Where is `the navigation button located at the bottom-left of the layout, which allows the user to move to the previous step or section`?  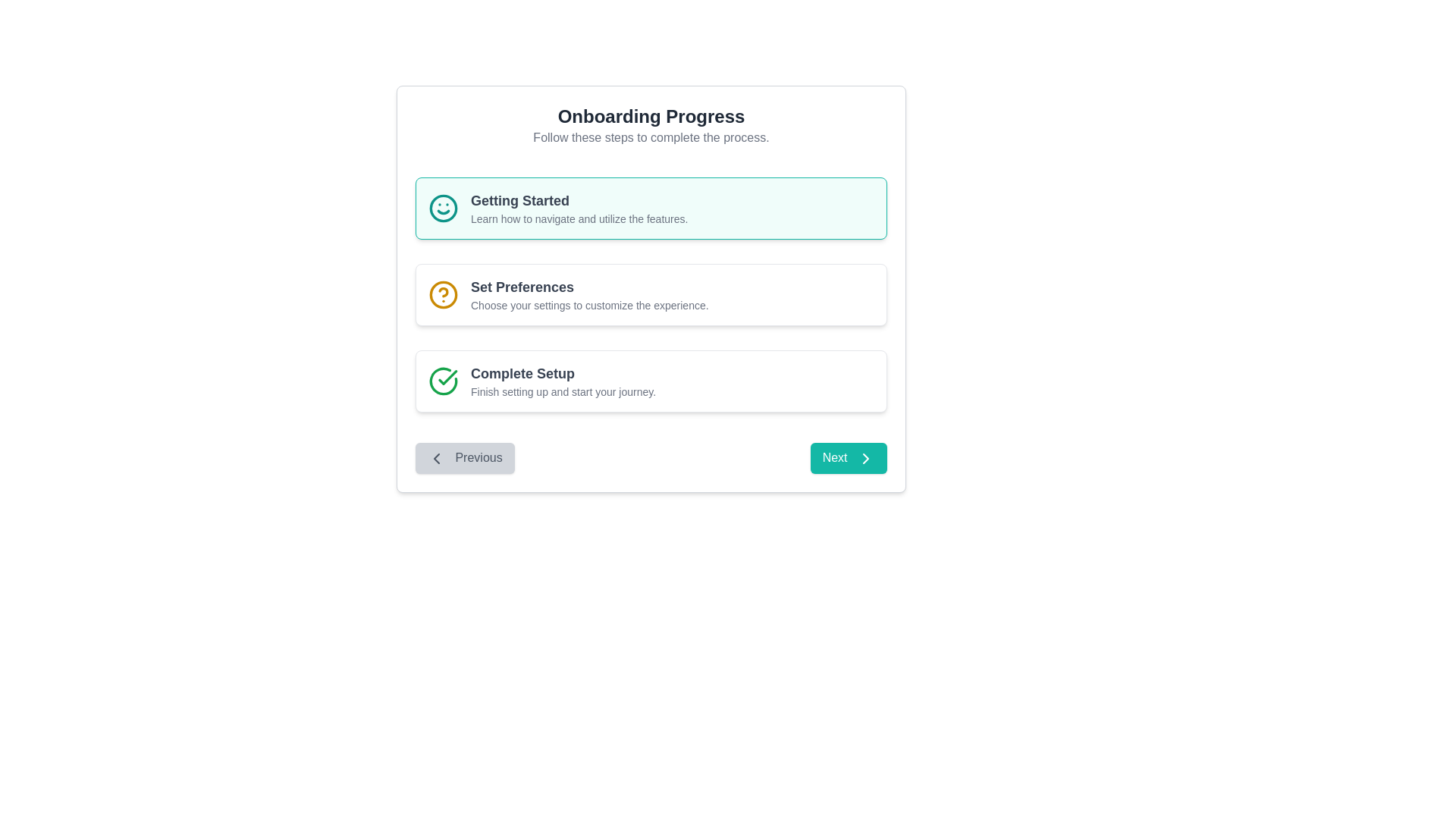 the navigation button located at the bottom-left of the layout, which allows the user to move to the previous step or section is located at coordinates (464, 457).